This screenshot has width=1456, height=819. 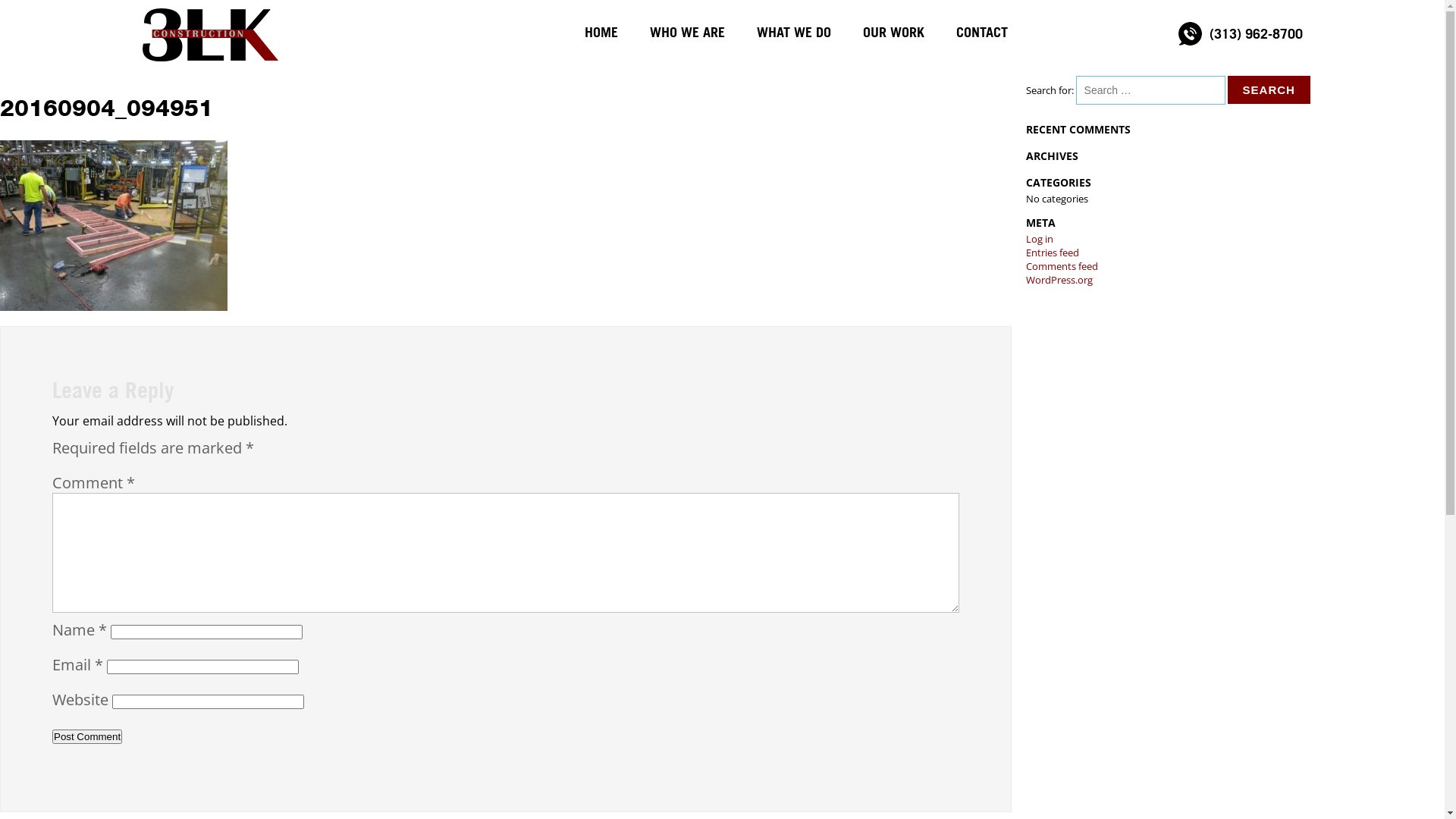 I want to click on 'Comments feed', so click(x=1061, y=265).